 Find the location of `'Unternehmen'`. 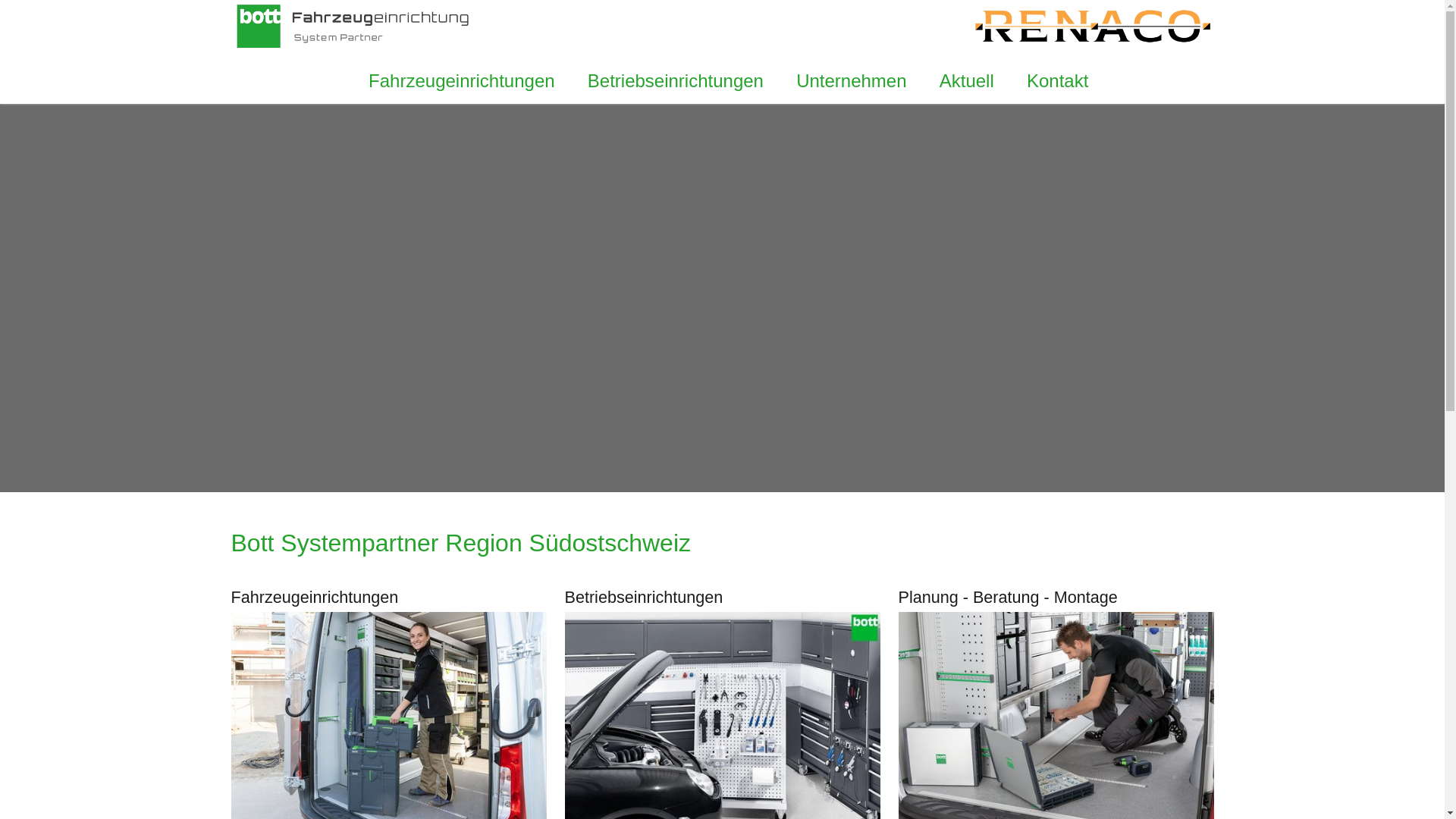

'Unternehmen' is located at coordinates (852, 81).